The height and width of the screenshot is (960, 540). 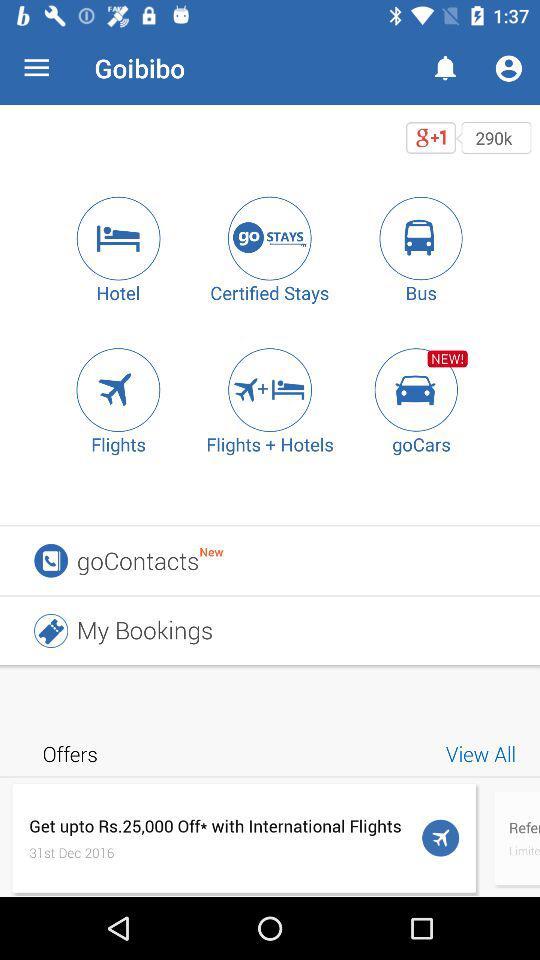 I want to click on the item next to flights + hotels icon, so click(x=118, y=388).